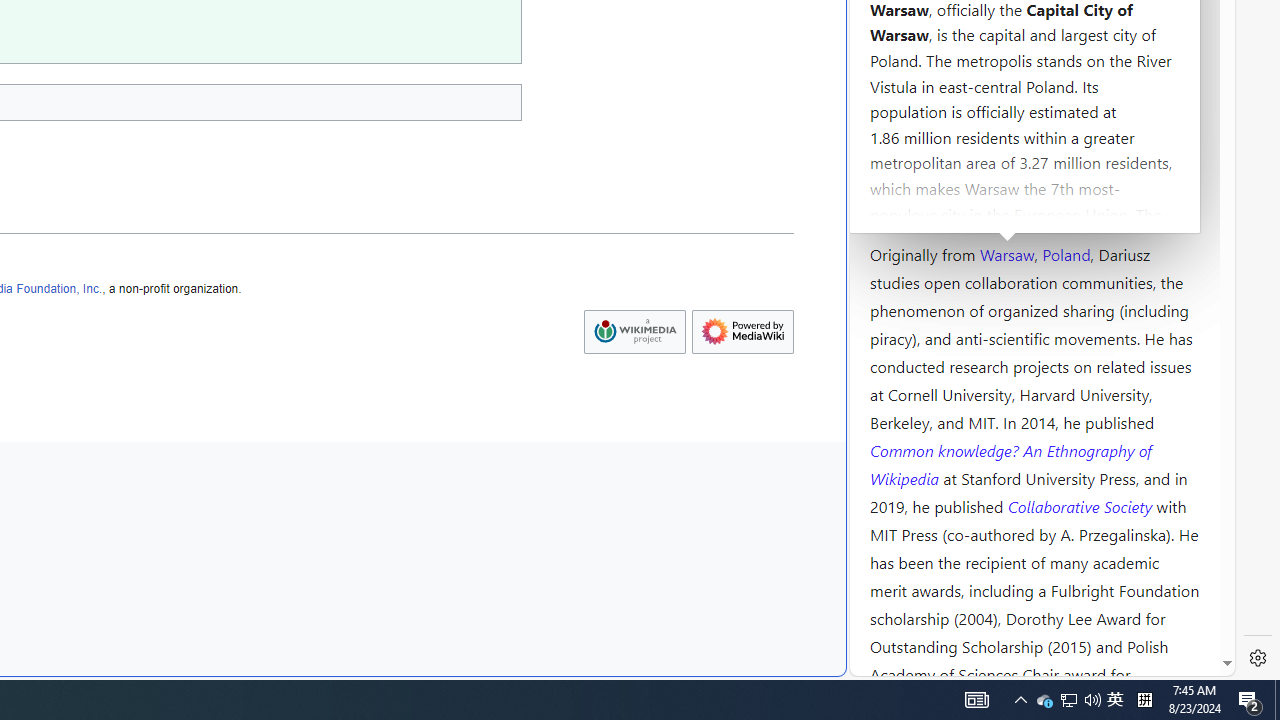 Image resolution: width=1280 pixels, height=720 pixels. Describe the element at coordinates (1065, 252) in the screenshot. I see `'Poland'` at that location.